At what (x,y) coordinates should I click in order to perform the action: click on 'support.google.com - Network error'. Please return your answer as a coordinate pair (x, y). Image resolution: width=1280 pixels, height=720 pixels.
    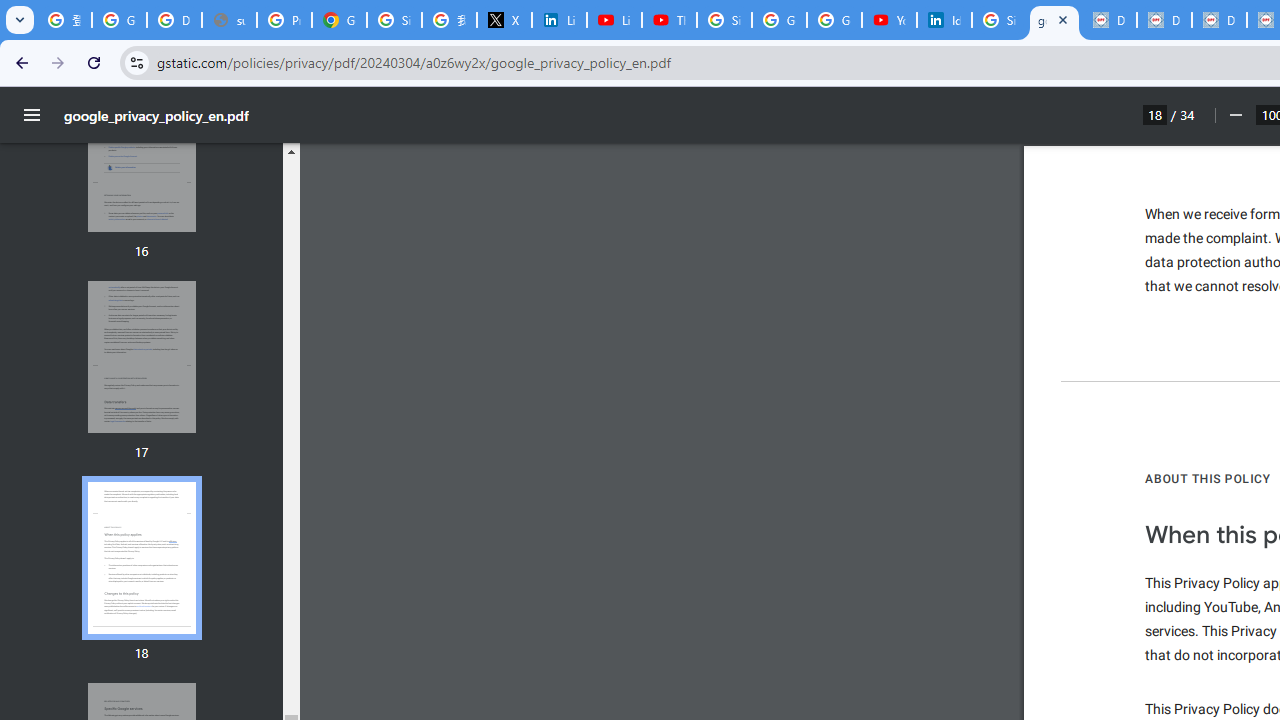
    Looking at the image, I should click on (229, 20).